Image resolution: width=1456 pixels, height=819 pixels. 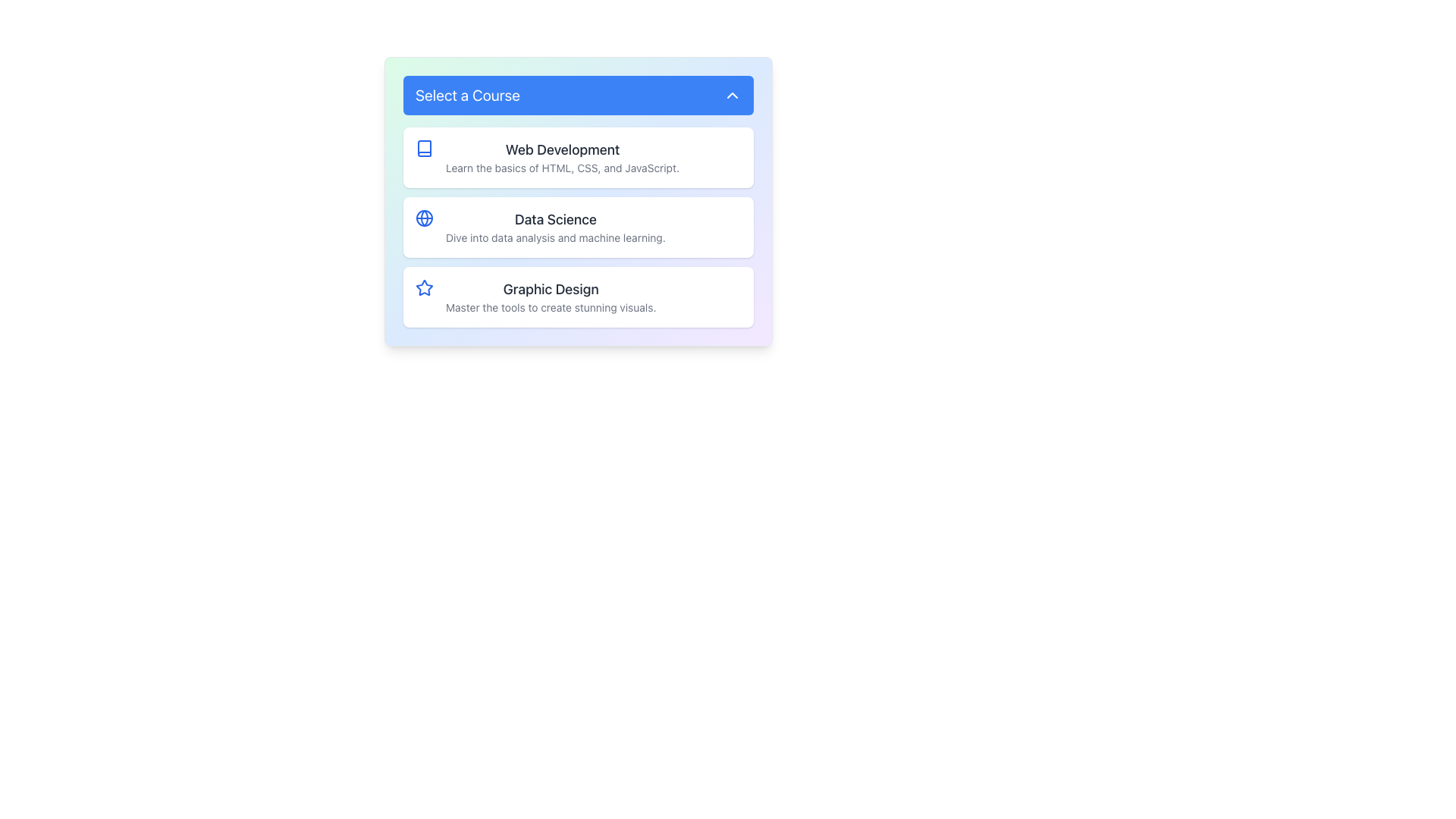 What do you see at coordinates (554, 219) in the screenshot?
I see `the 'Data Science' text label, which serves as the title for the course option within the second card of the 'Select a Course' section` at bounding box center [554, 219].